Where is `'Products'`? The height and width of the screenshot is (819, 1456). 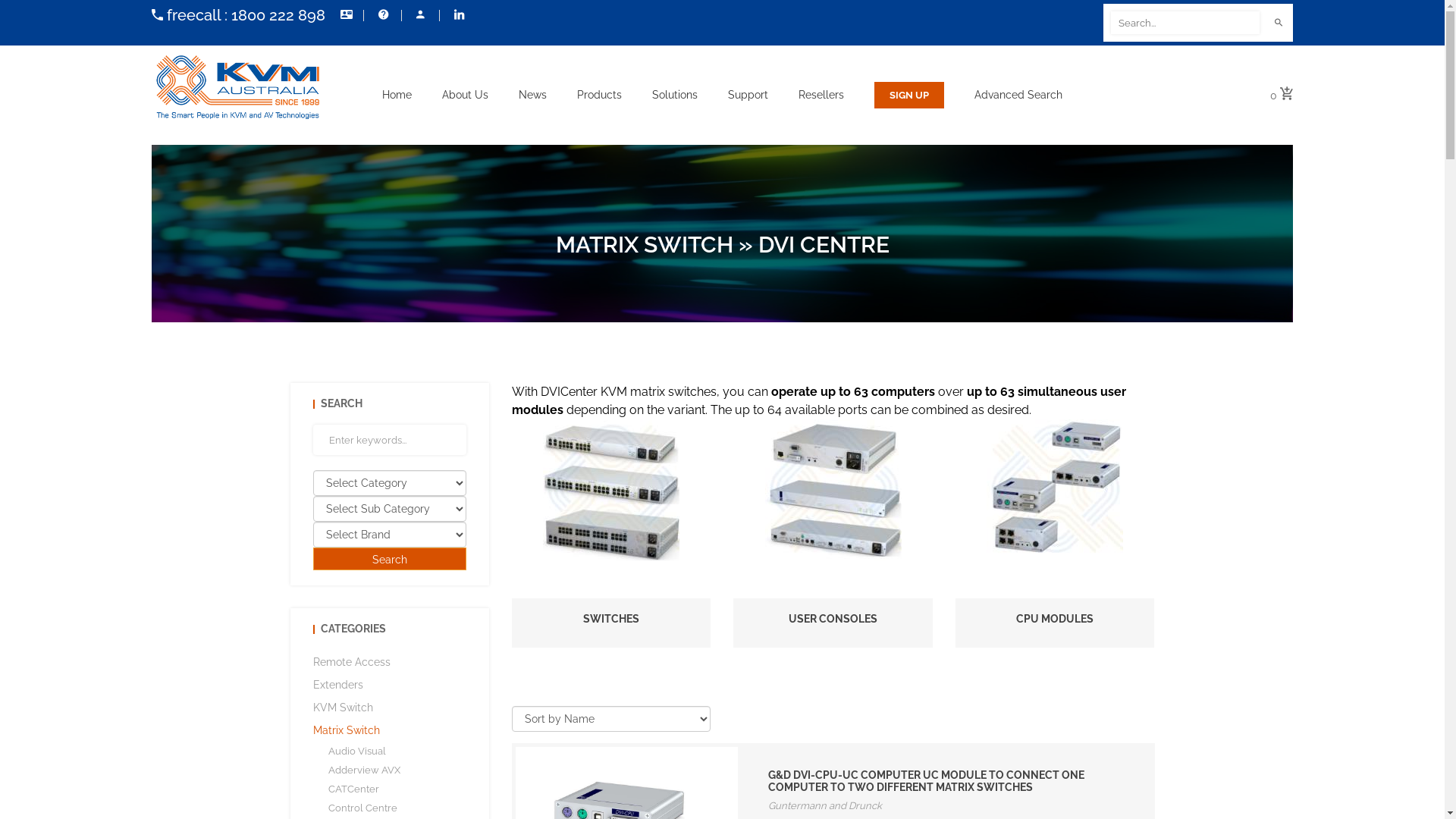
'Products' is located at coordinates (598, 93).